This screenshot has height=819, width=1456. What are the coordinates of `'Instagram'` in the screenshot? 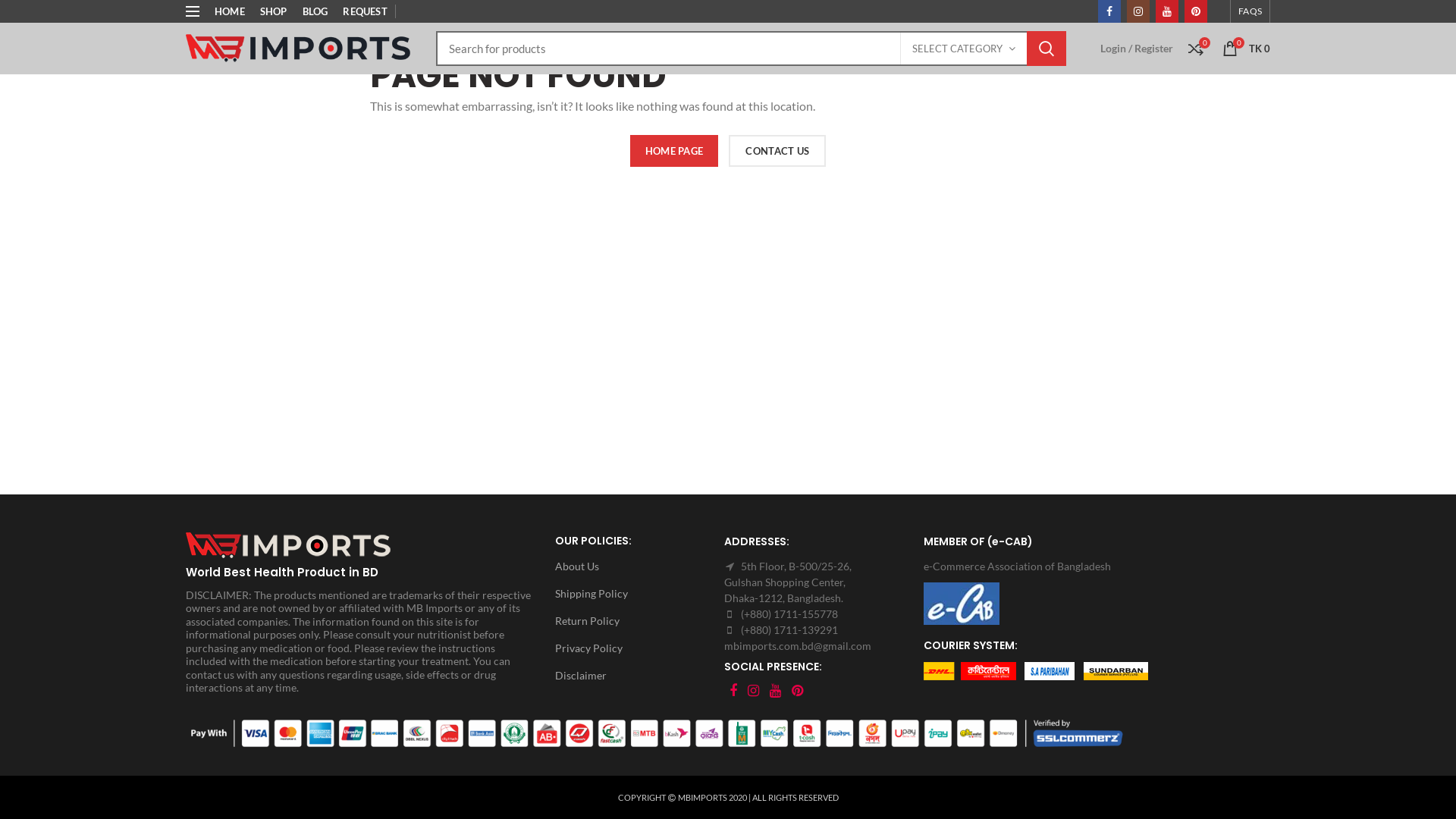 It's located at (742, 690).